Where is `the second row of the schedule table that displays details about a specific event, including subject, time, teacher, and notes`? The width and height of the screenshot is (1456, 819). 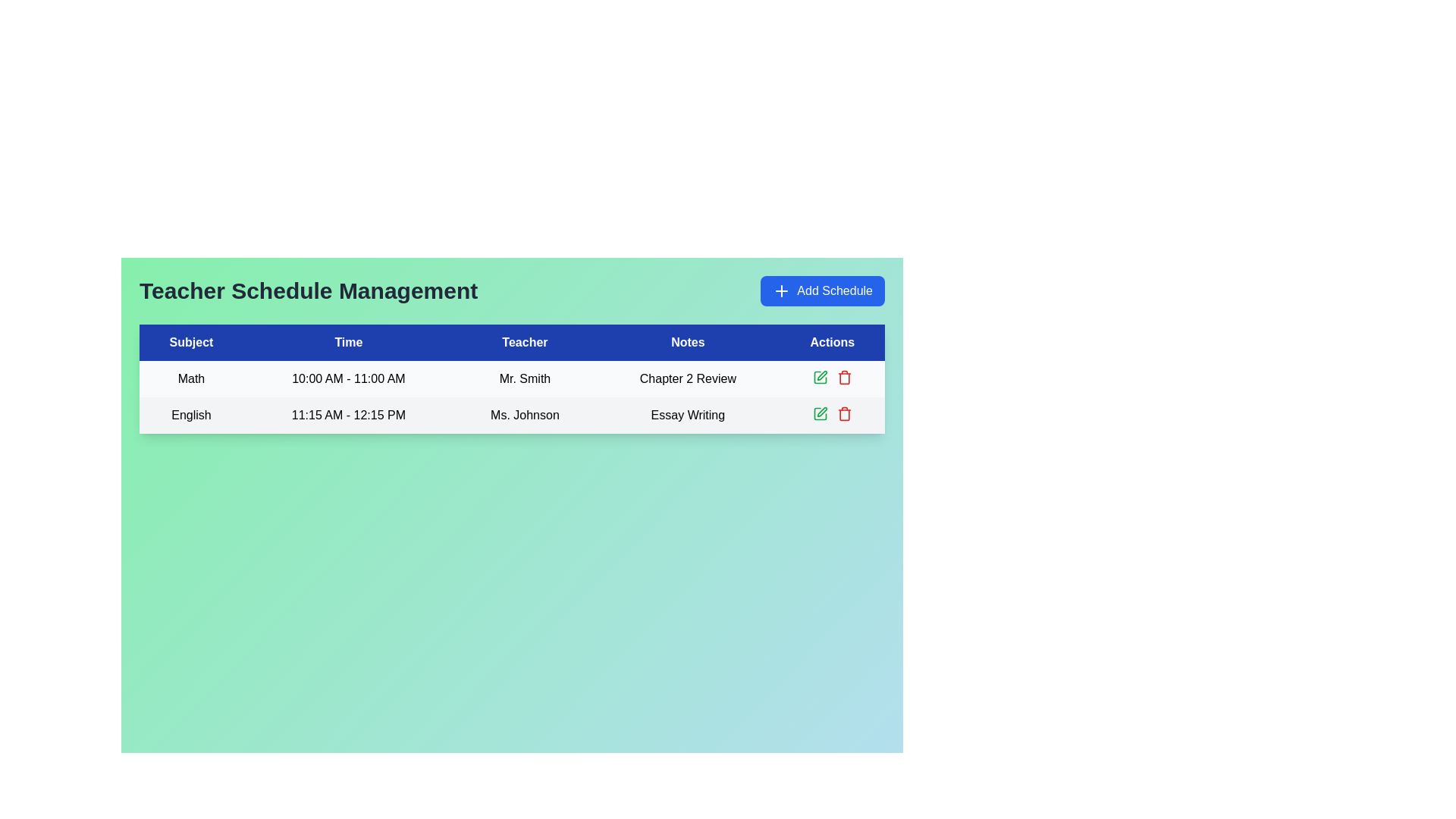 the second row of the schedule table that displays details about a specific event, including subject, time, teacher, and notes is located at coordinates (512, 415).